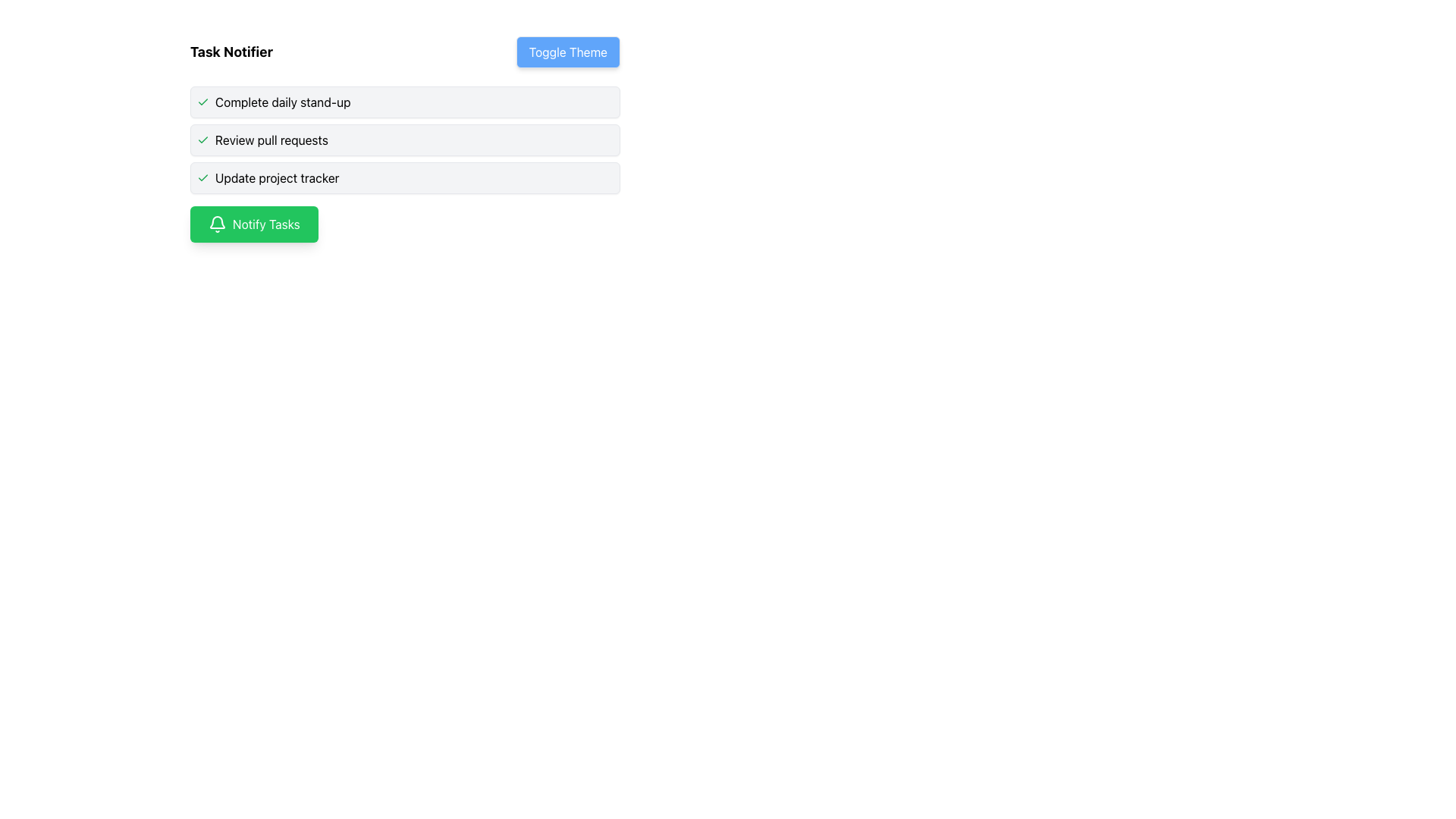 Image resolution: width=1456 pixels, height=819 pixels. I want to click on the 'Notify Tasks' button, which has a green background and white text, located at the bottom of the list under the previous review buttons, so click(254, 224).